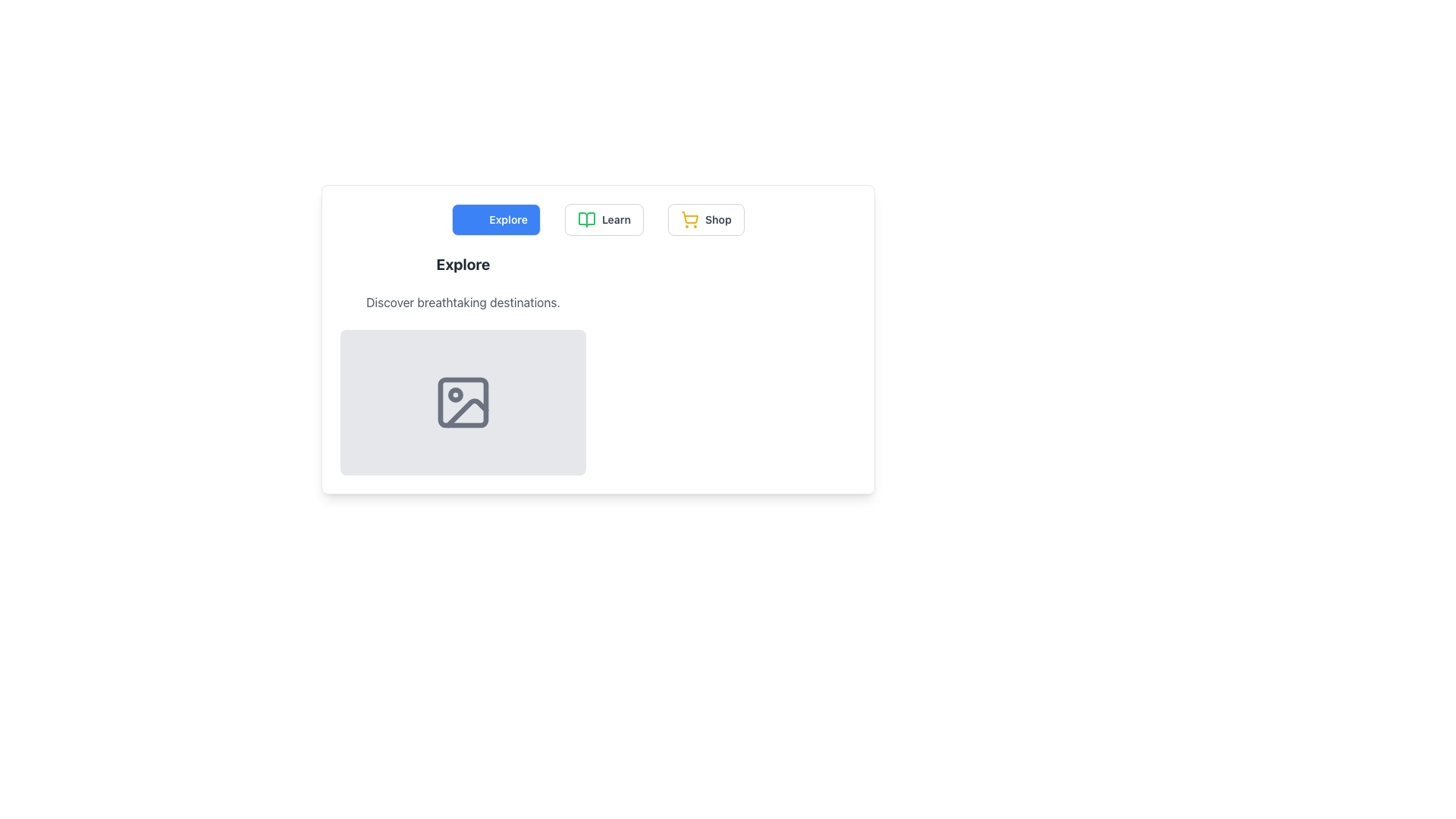 The height and width of the screenshot is (819, 1456). I want to click on the 'Shop' button text label located in the top-right corner of the central card interface, so click(717, 219).